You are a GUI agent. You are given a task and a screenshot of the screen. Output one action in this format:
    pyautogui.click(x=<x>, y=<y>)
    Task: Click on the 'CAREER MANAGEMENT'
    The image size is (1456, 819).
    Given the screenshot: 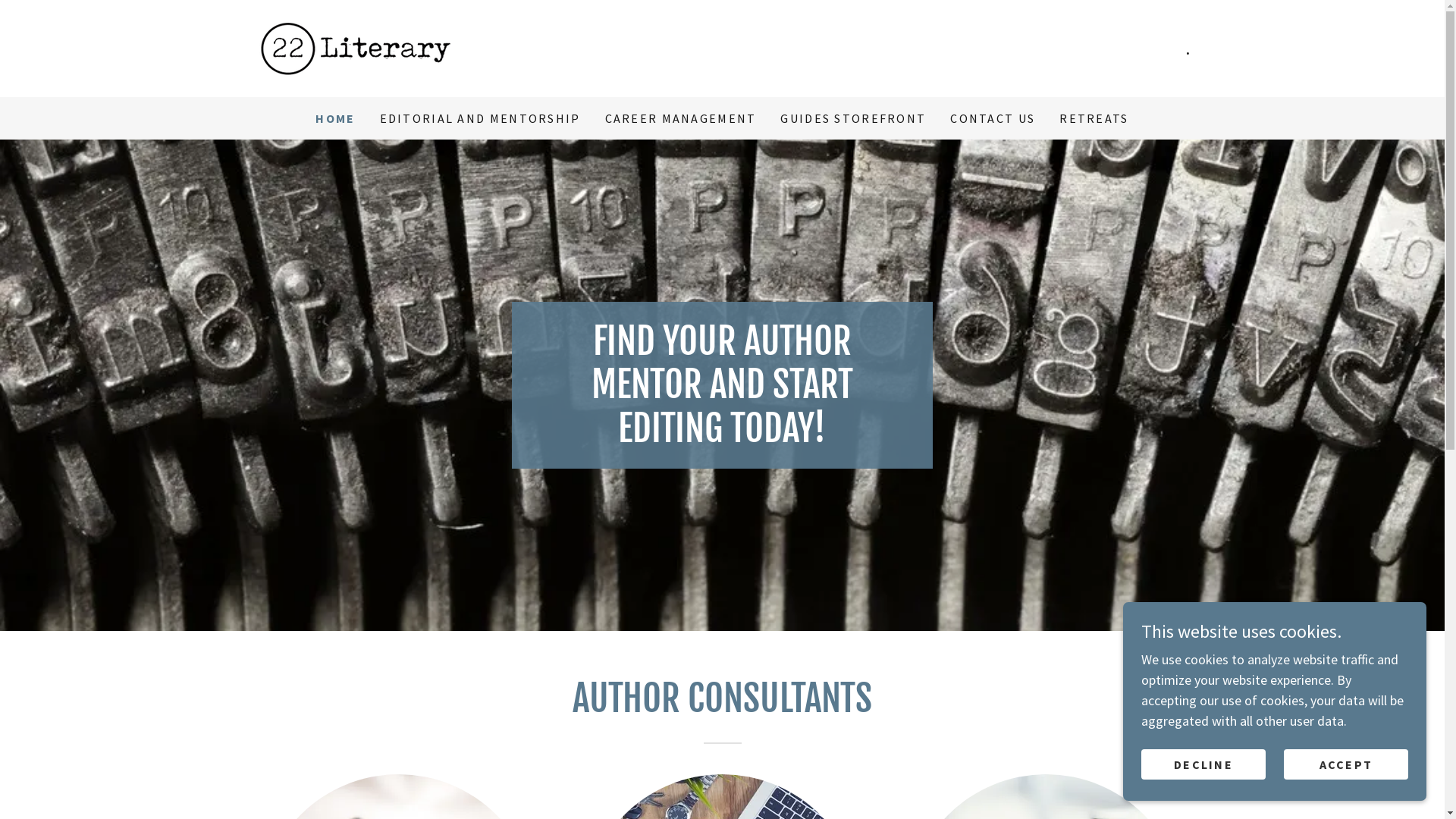 What is the action you would take?
    pyautogui.click(x=679, y=117)
    